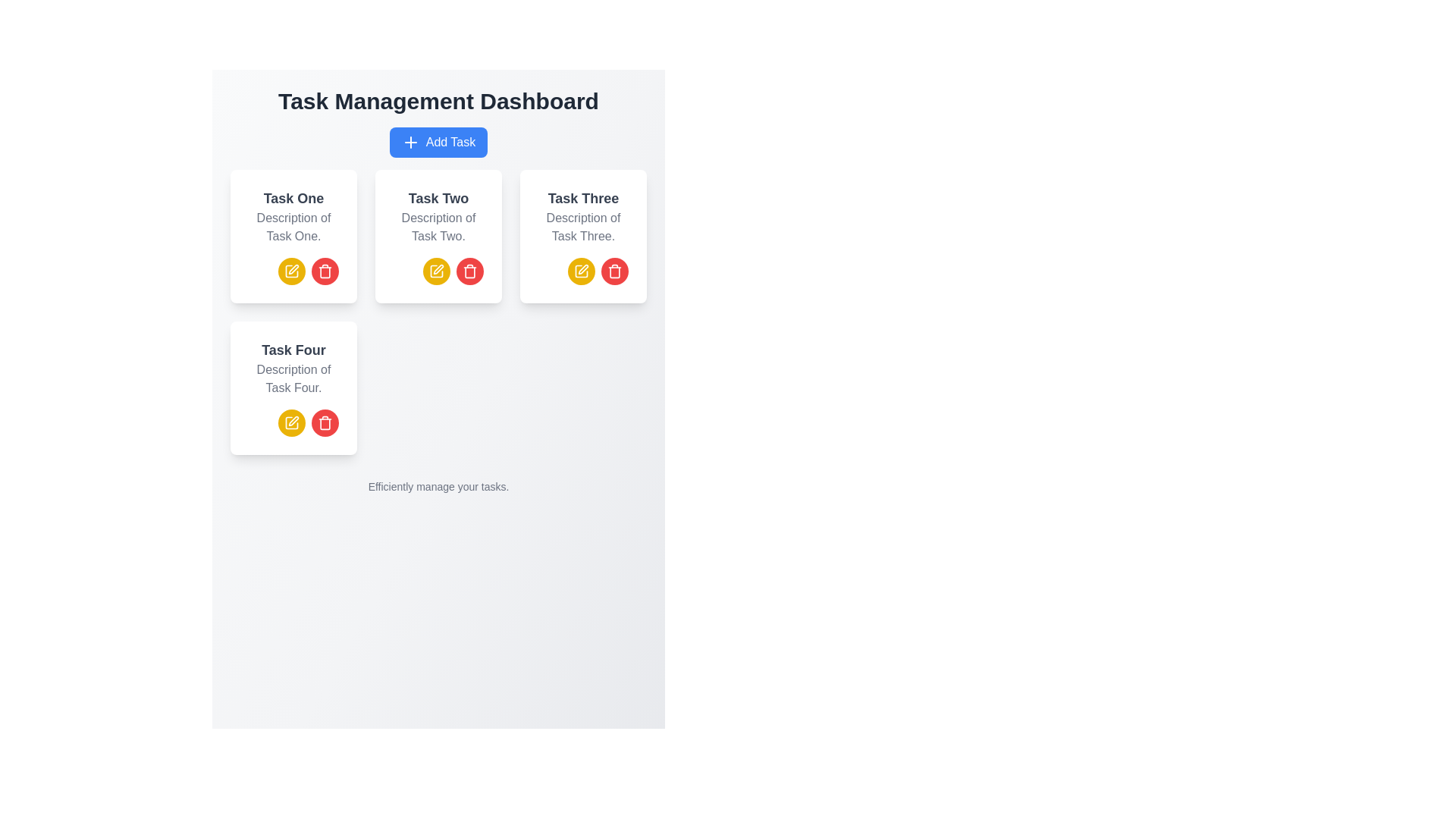 Image resolution: width=1456 pixels, height=819 pixels. Describe the element at coordinates (615, 271) in the screenshot. I see `the circular red button with a trash can icon located at the bottom-right corner of the 'Task Three' card` at that location.